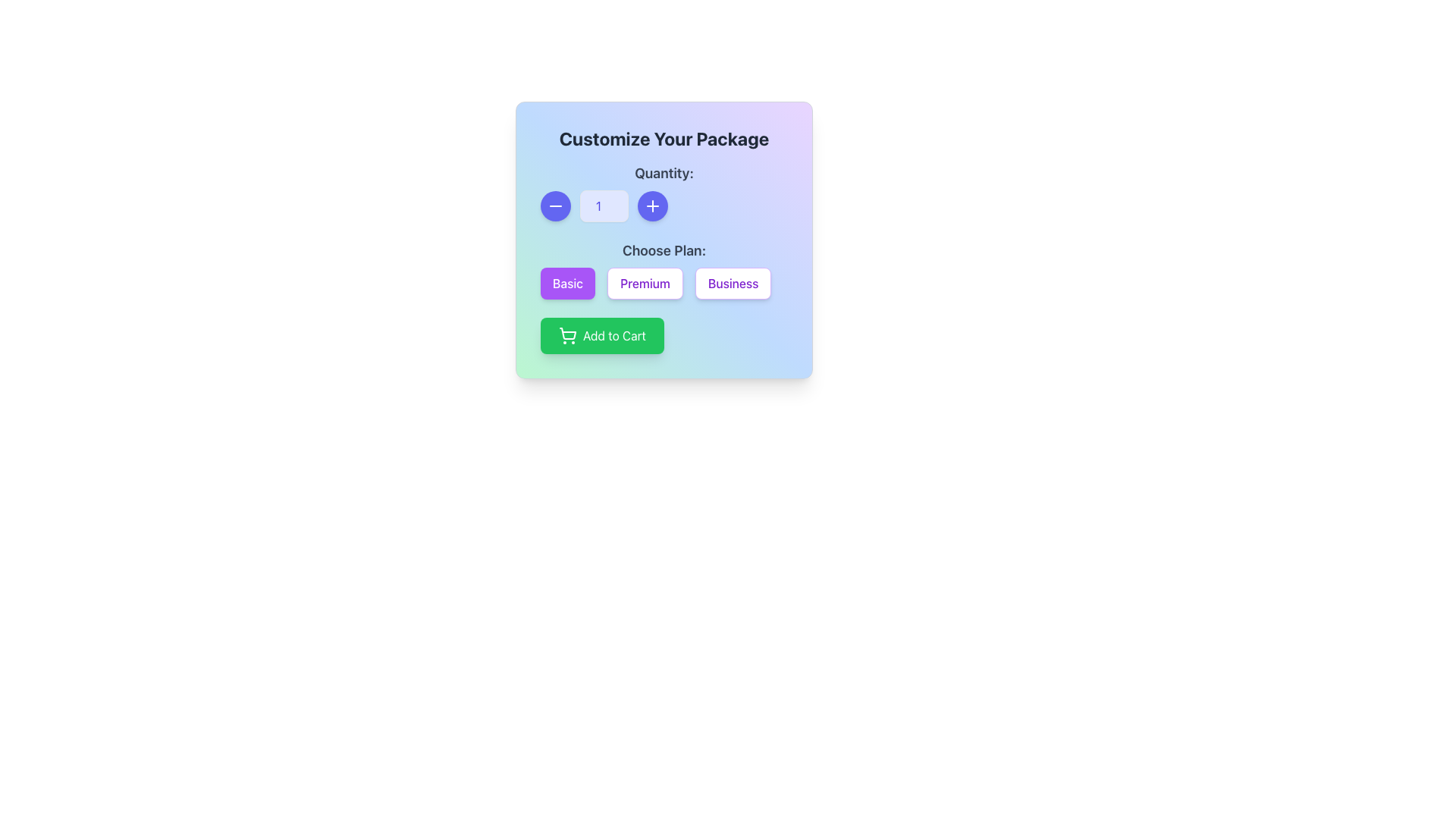  Describe the element at coordinates (733, 284) in the screenshot. I see `the 'Business' plan button, which is the third button in a horizontal group labeled 'Basic', 'Premium', and 'Business'` at that location.